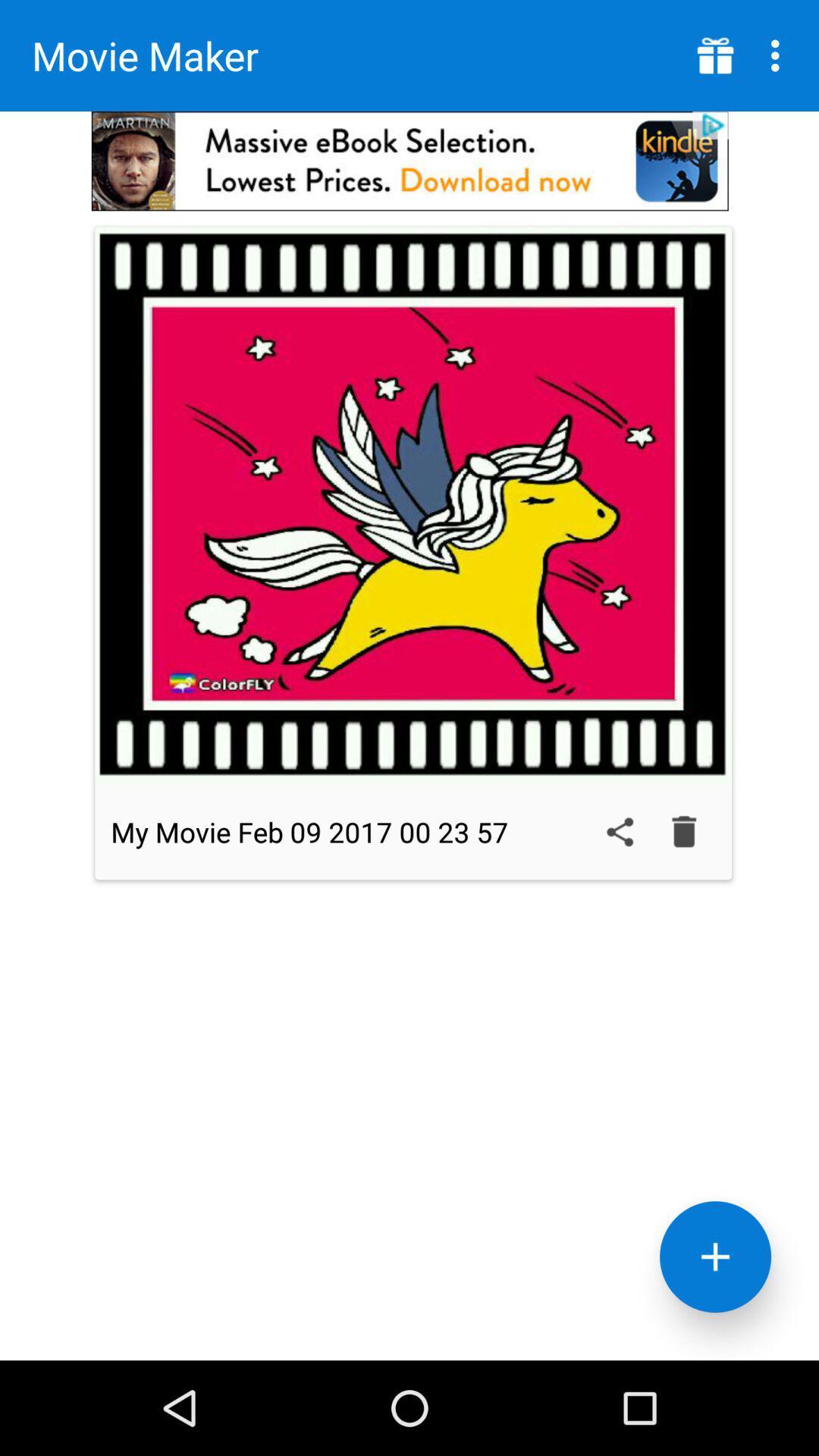  I want to click on share image, so click(620, 831).